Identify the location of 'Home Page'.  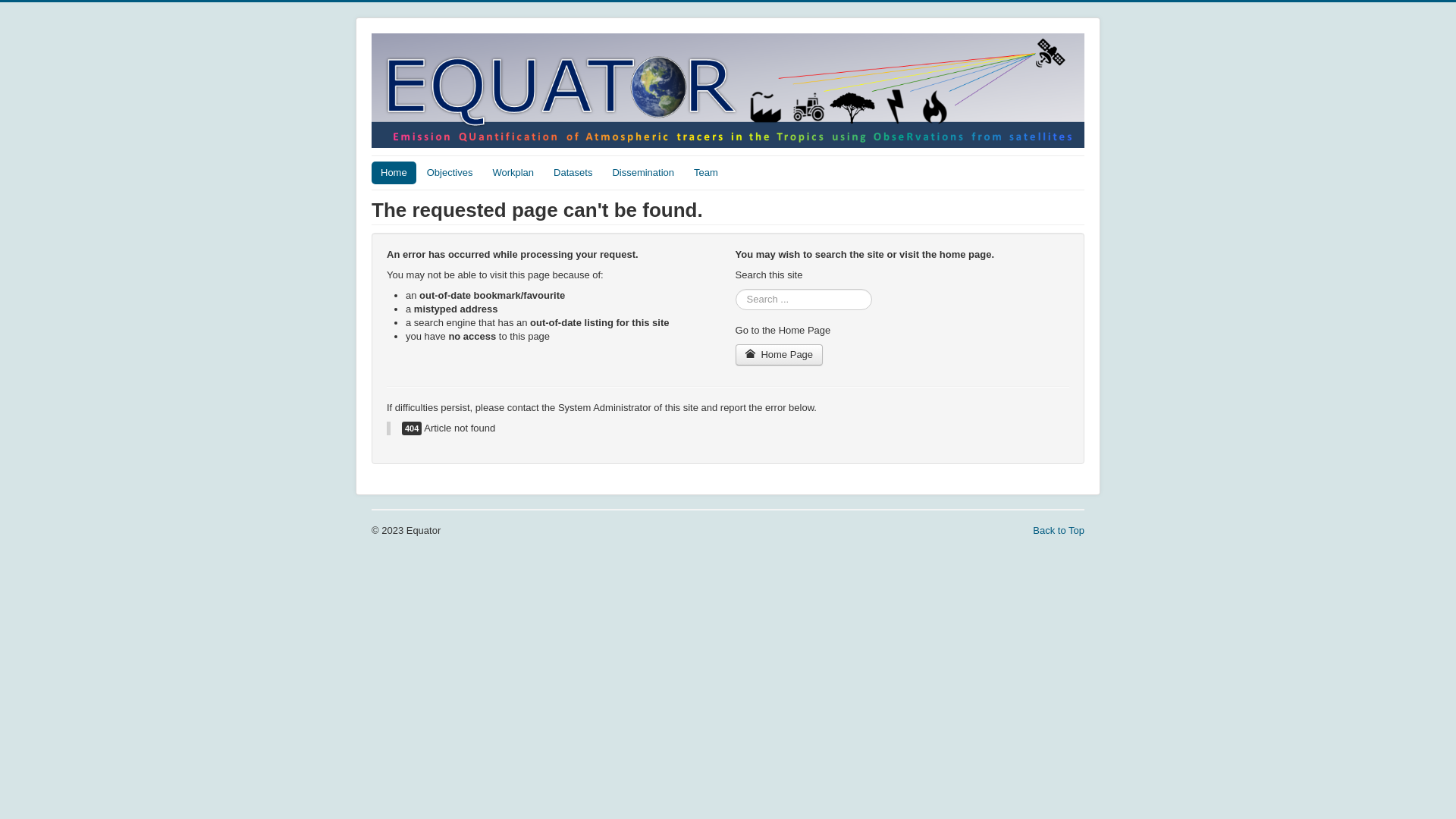
(779, 354).